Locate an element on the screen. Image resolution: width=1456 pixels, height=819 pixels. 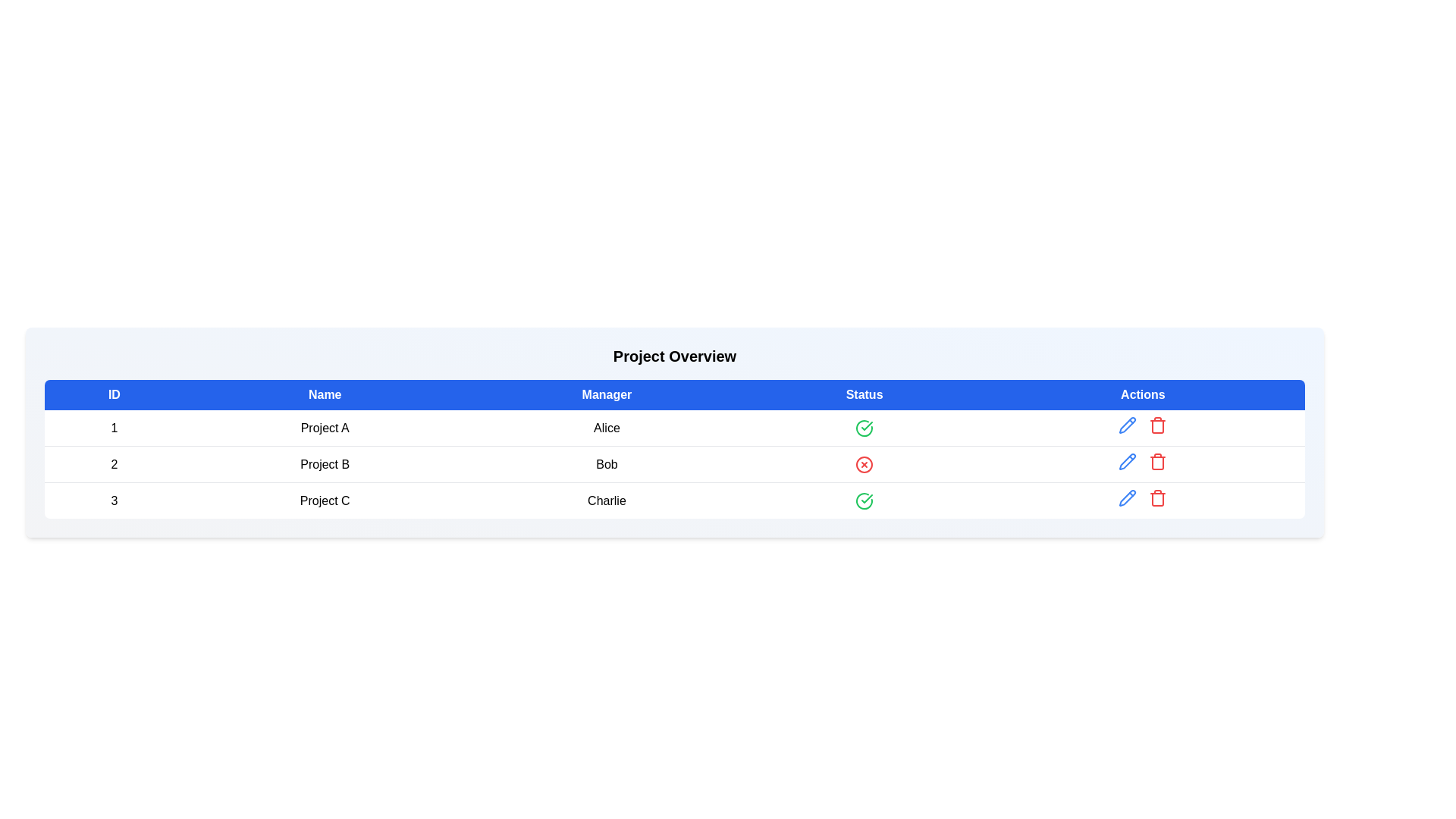
the circular green icon with a white checkmark inside, located in the 'Status' column of the third row in the table is located at coordinates (864, 427).